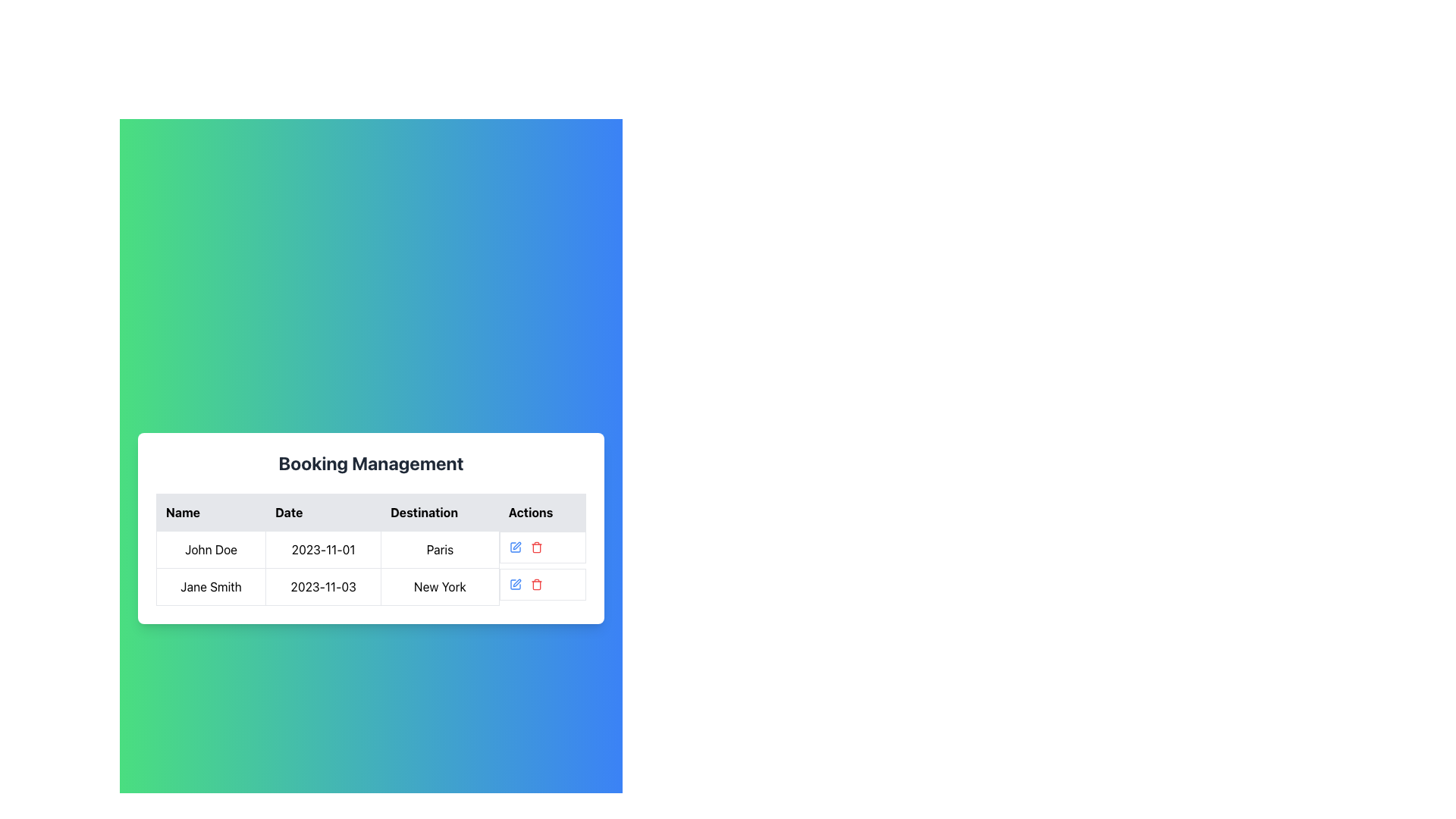 This screenshot has height=819, width=1456. Describe the element at coordinates (516, 546) in the screenshot. I see `the editing icon button in the 'Actions' column of the second row corresponding to Jane Smith` at that location.